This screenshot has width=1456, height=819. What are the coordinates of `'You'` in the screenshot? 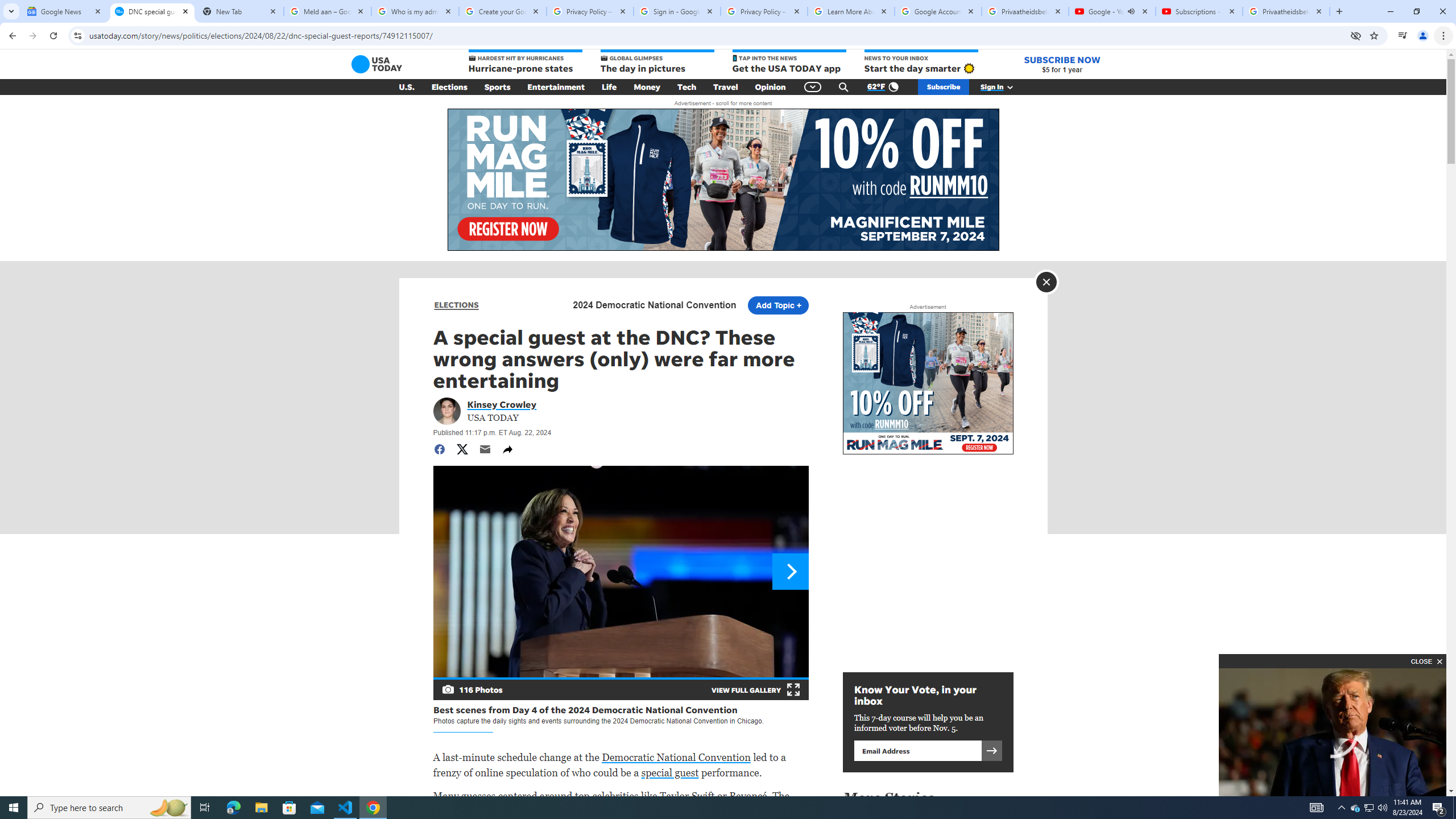 It's located at (1423, 35).